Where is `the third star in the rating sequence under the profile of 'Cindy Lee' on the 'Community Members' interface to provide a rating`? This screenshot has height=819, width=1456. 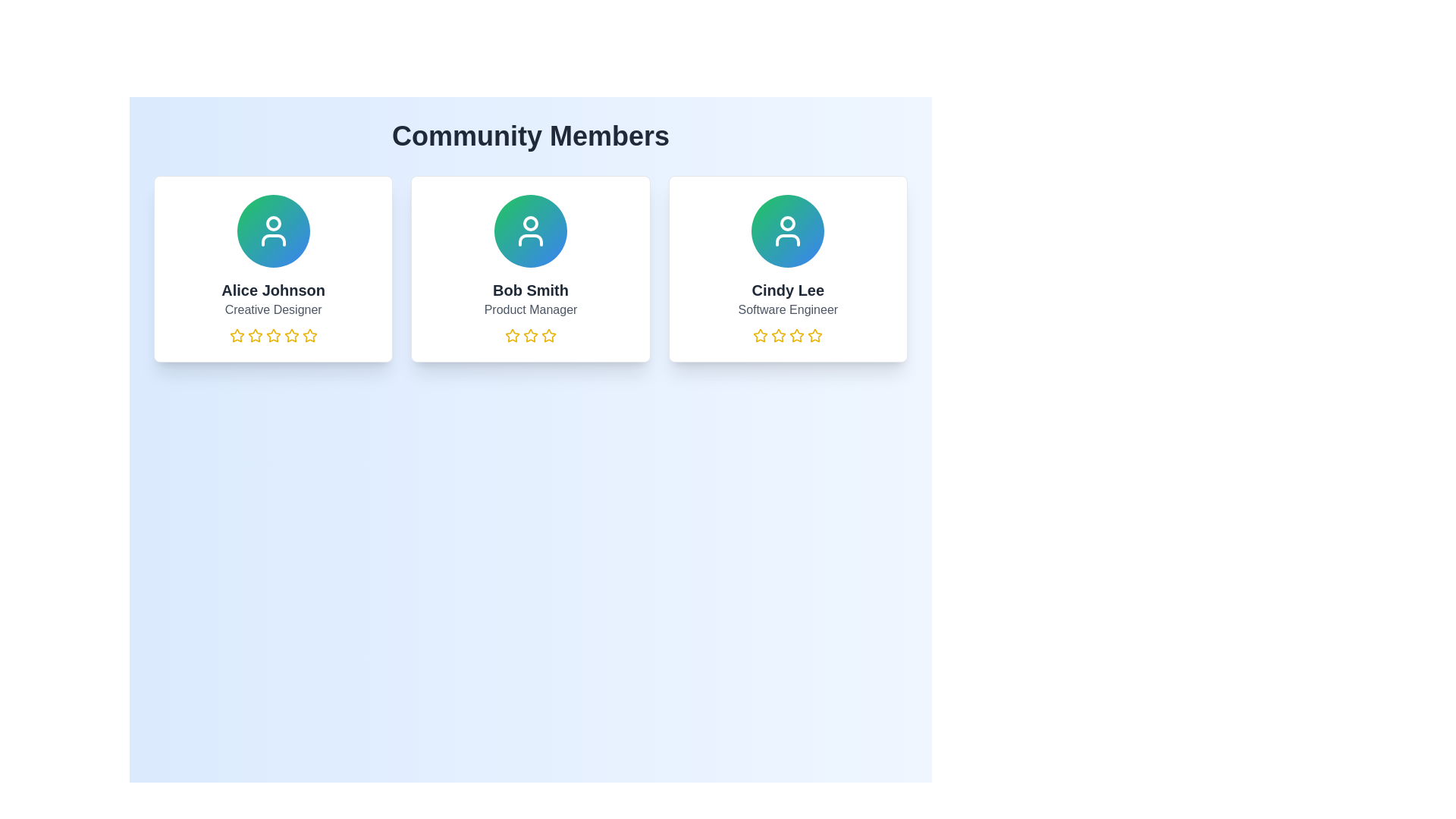 the third star in the rating sequence under the profile of 'Cindy Lee' on the 'Community Members' interface to provide a rating is located at coordinates (779, 335).